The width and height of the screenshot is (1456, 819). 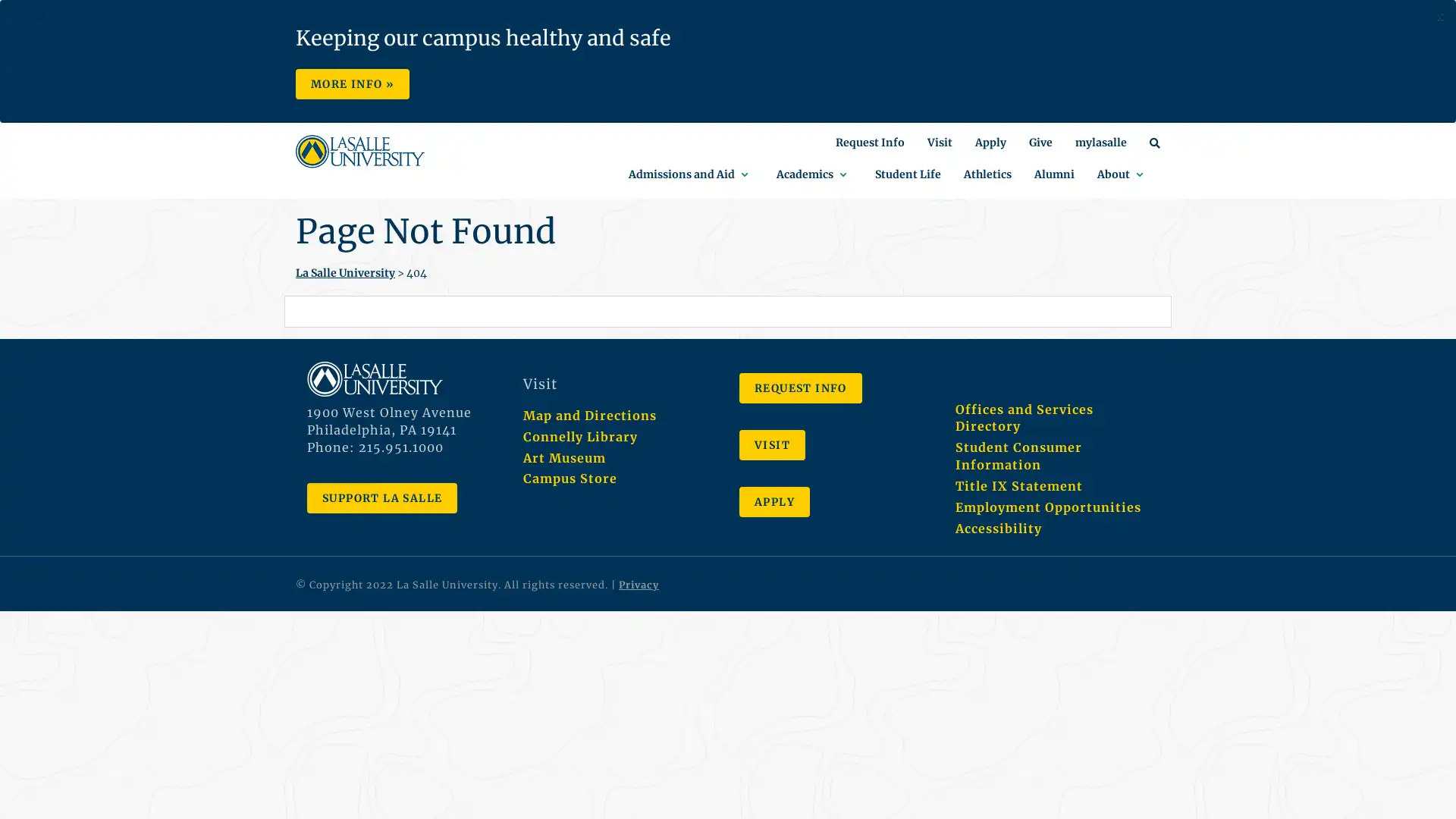 I want to click on Close notification area X, so click(x=1439, y=17).